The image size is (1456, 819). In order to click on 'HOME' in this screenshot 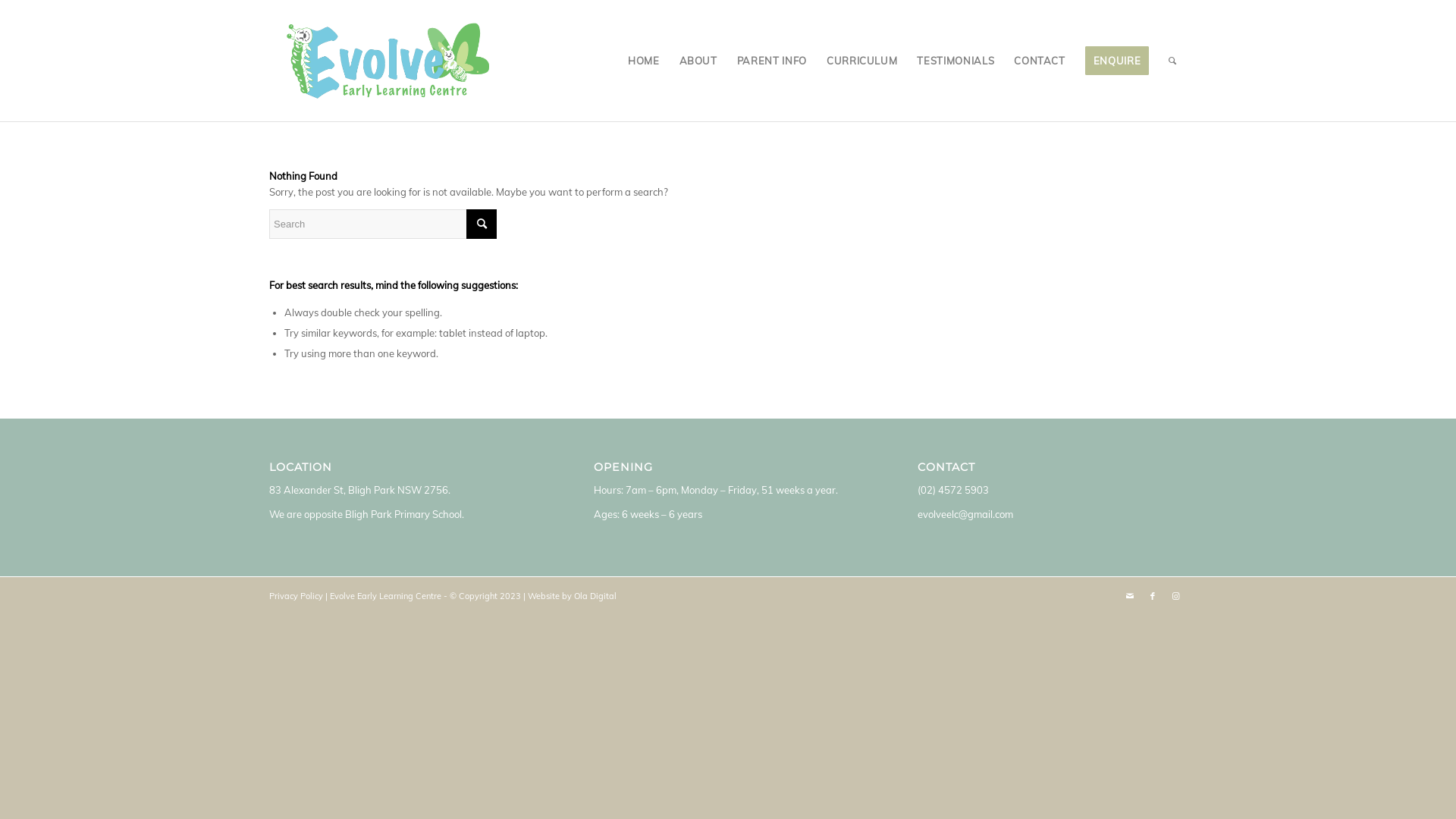, I will do `click(644, 60)`.